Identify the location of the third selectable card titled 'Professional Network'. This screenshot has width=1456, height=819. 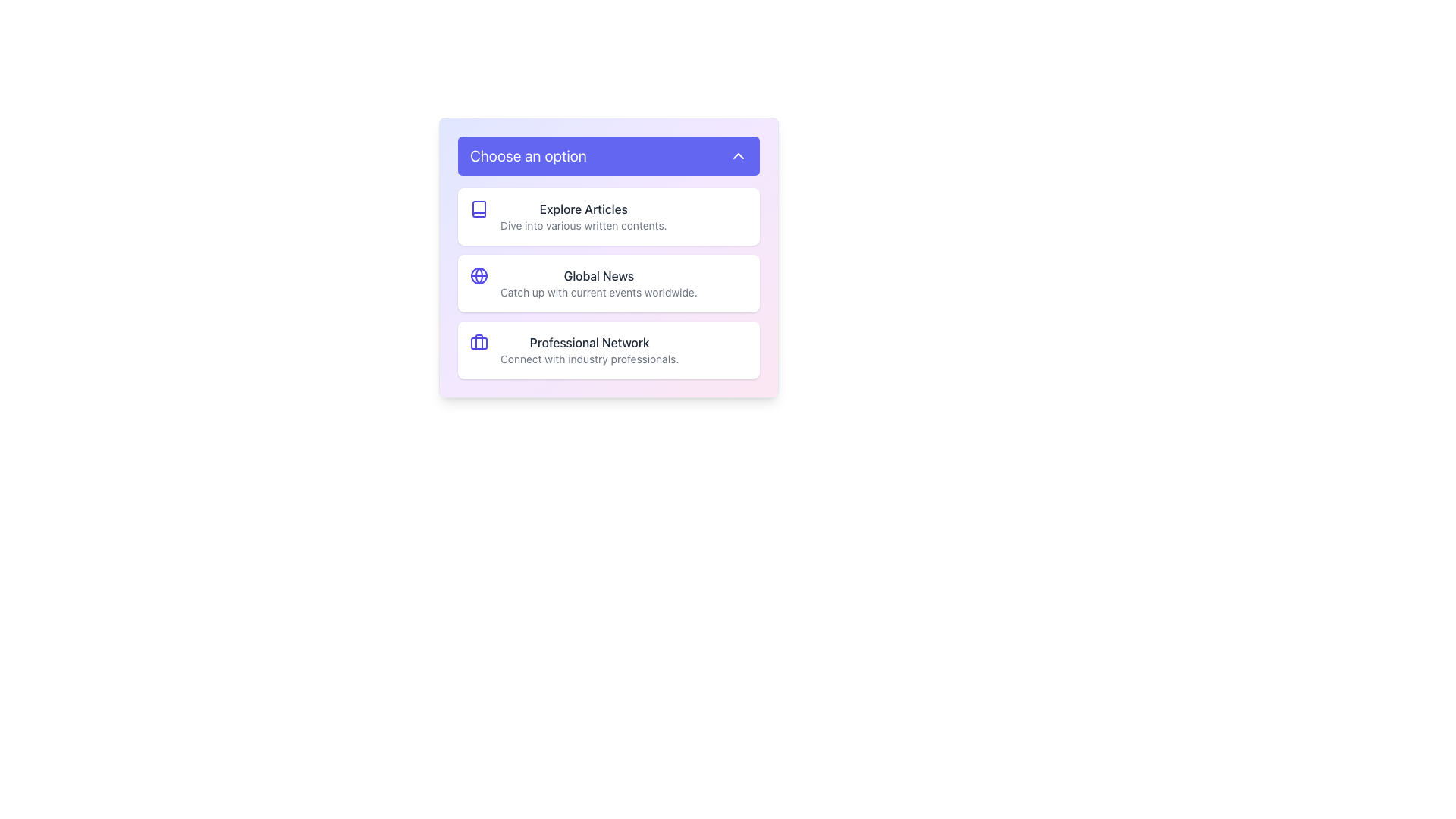
(608, 350).